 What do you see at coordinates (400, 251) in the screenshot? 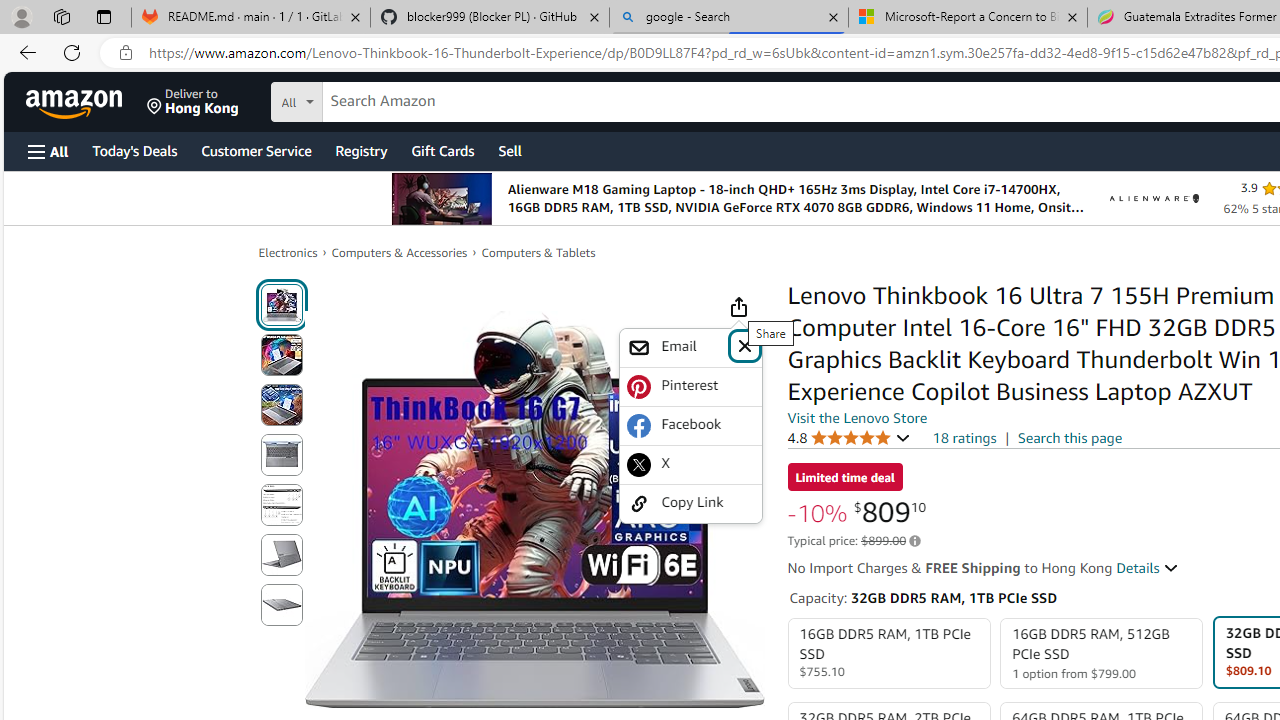
I see `'Computers & Accessories'` at bounding box center [400, 251].